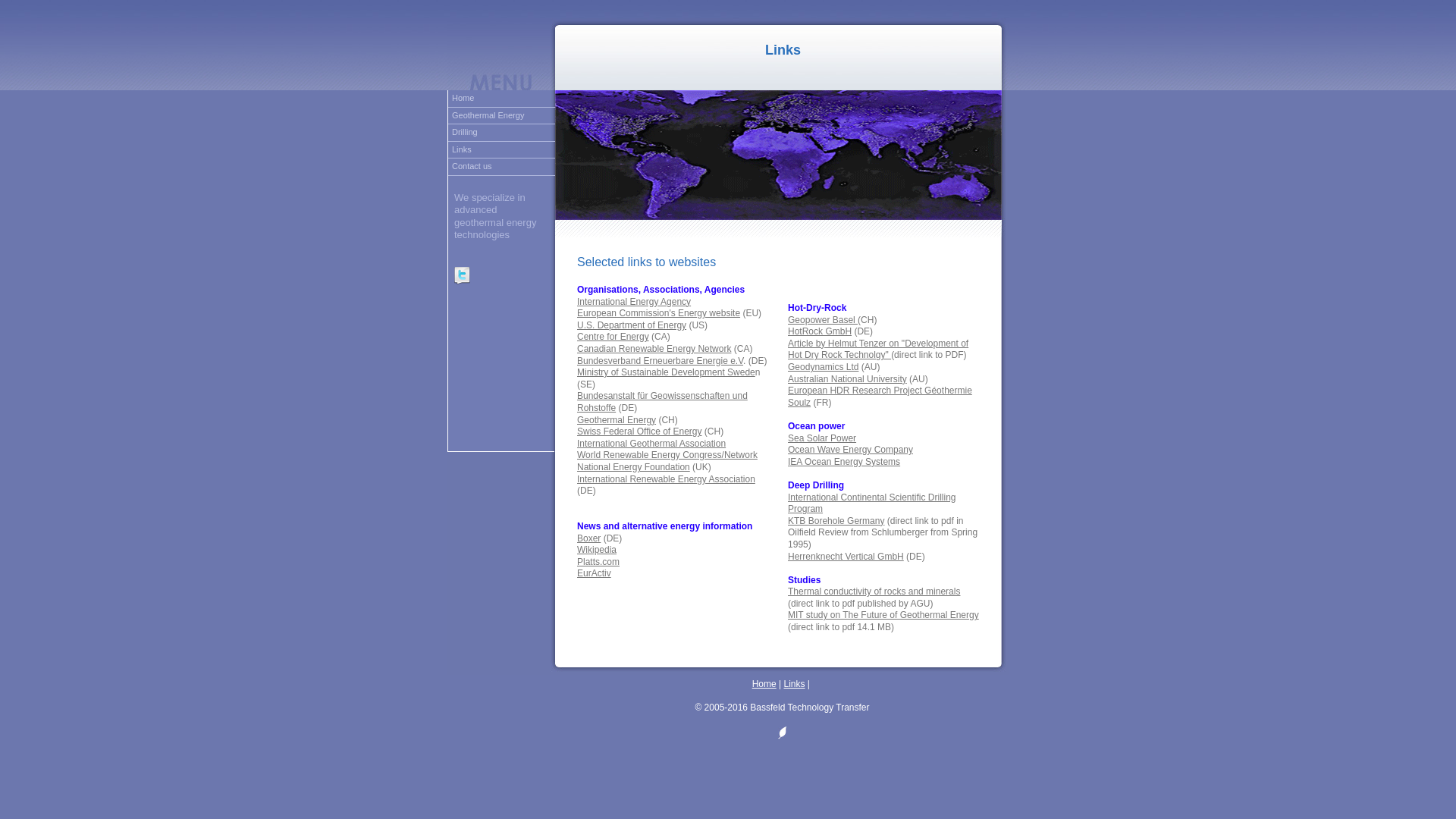 Image resolution: width=1456 pixels, height=819 pixels. I want to click on 'Geopower Basel', so click(821, 318).